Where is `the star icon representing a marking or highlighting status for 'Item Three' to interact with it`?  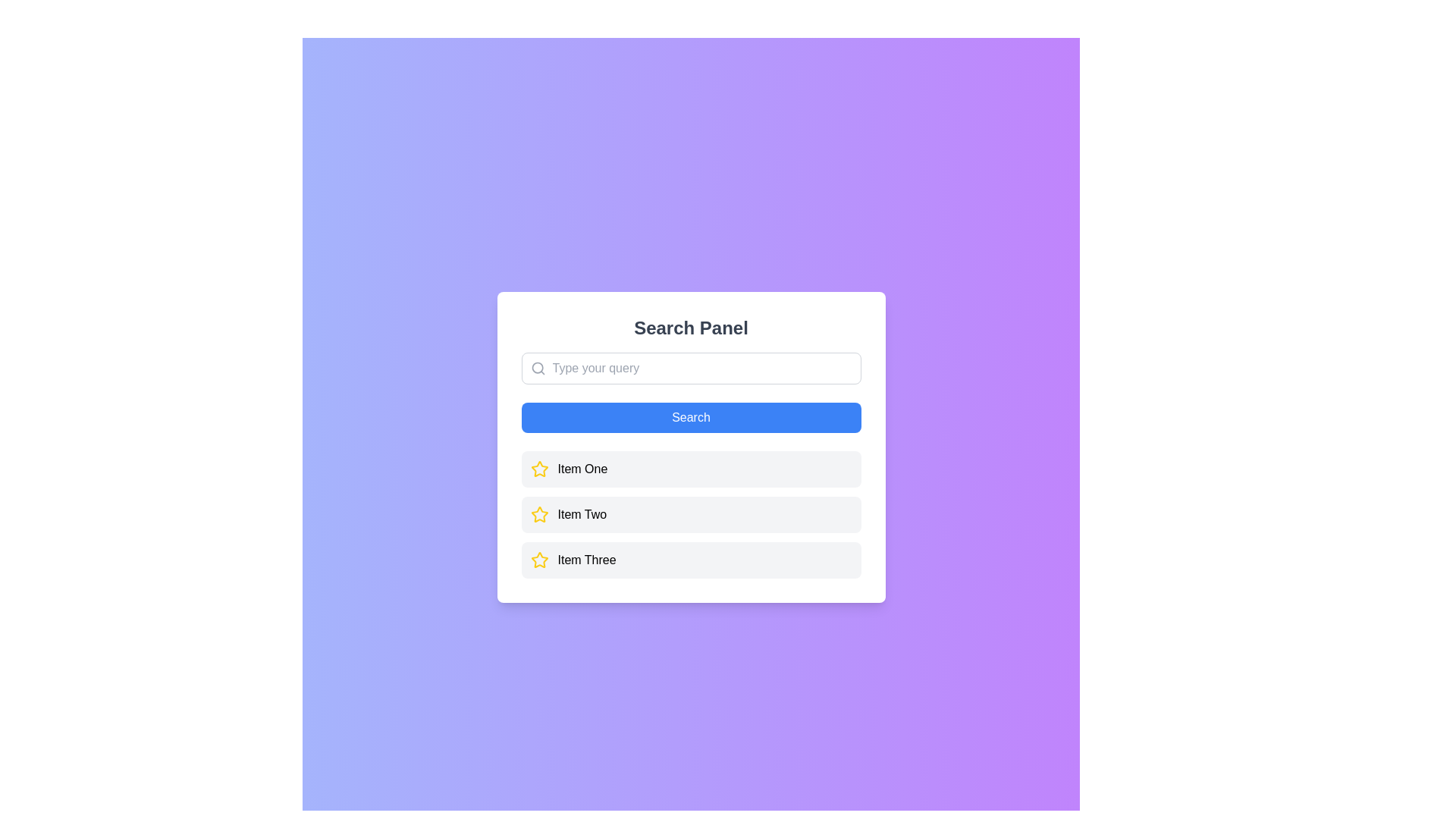
the star icon representing a marking or highlighting status for 'Item Three' to interact with it is located at coordinates (539, 560).